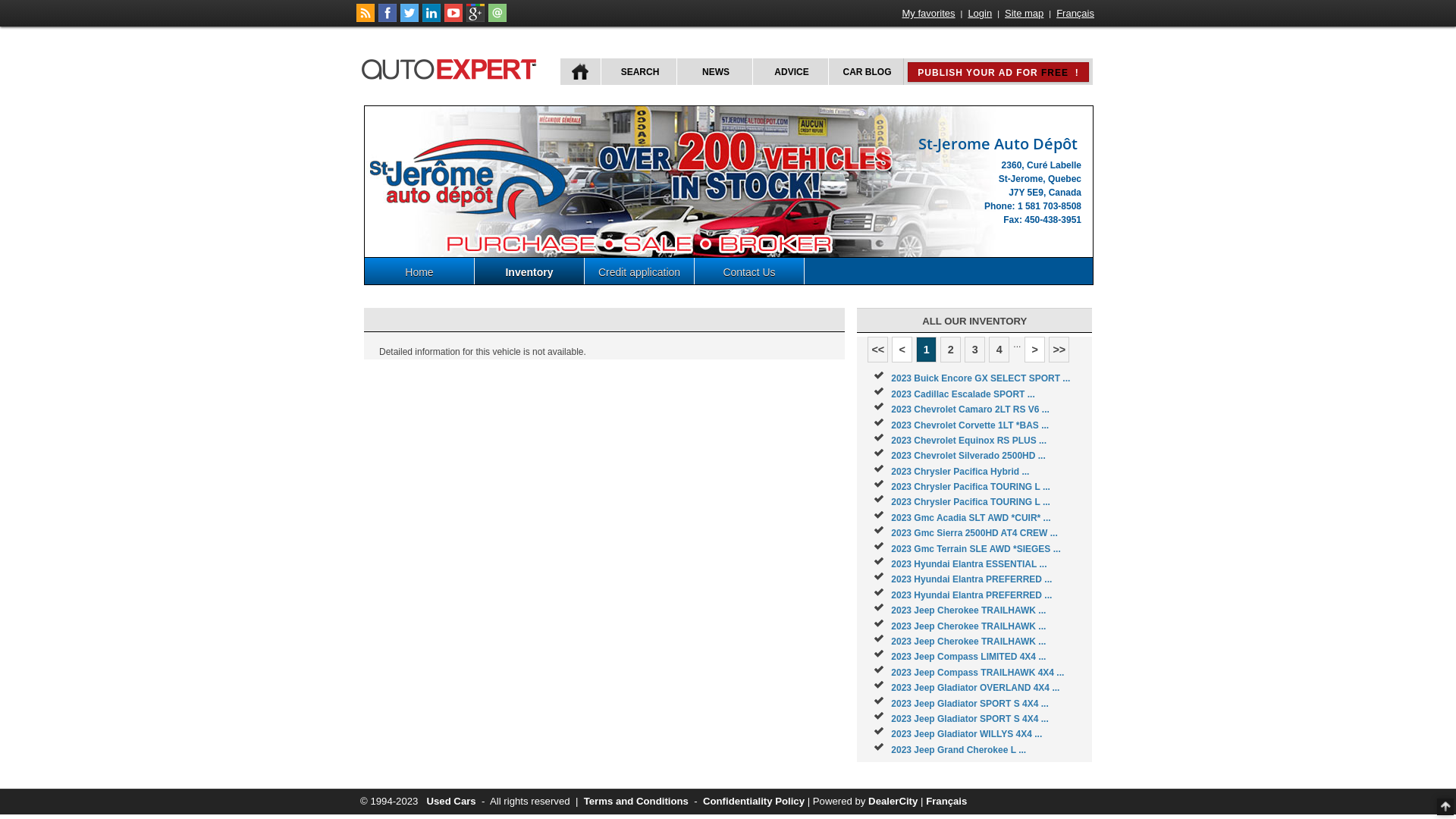 This screenshot has width=1456, height=819. I want to click on '2023 Chevrolet Equinox RS PLUS ...', so click(968, 441).